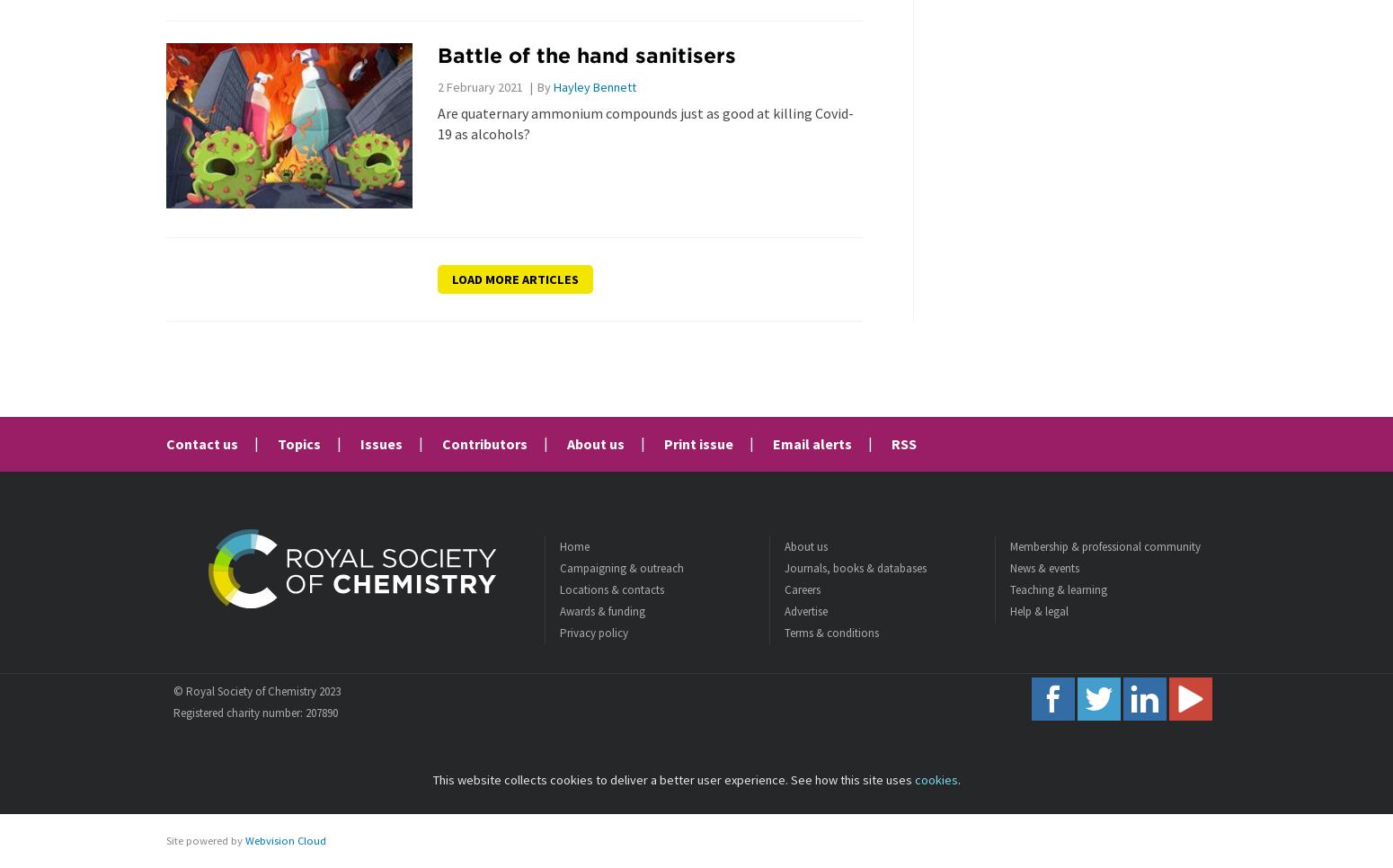 The width and height of the screenshot is (1393, 868). What do you see at coordinates (297, 443) in the screenshot?
I see `'Topics'` at bounding box center [297, 443].